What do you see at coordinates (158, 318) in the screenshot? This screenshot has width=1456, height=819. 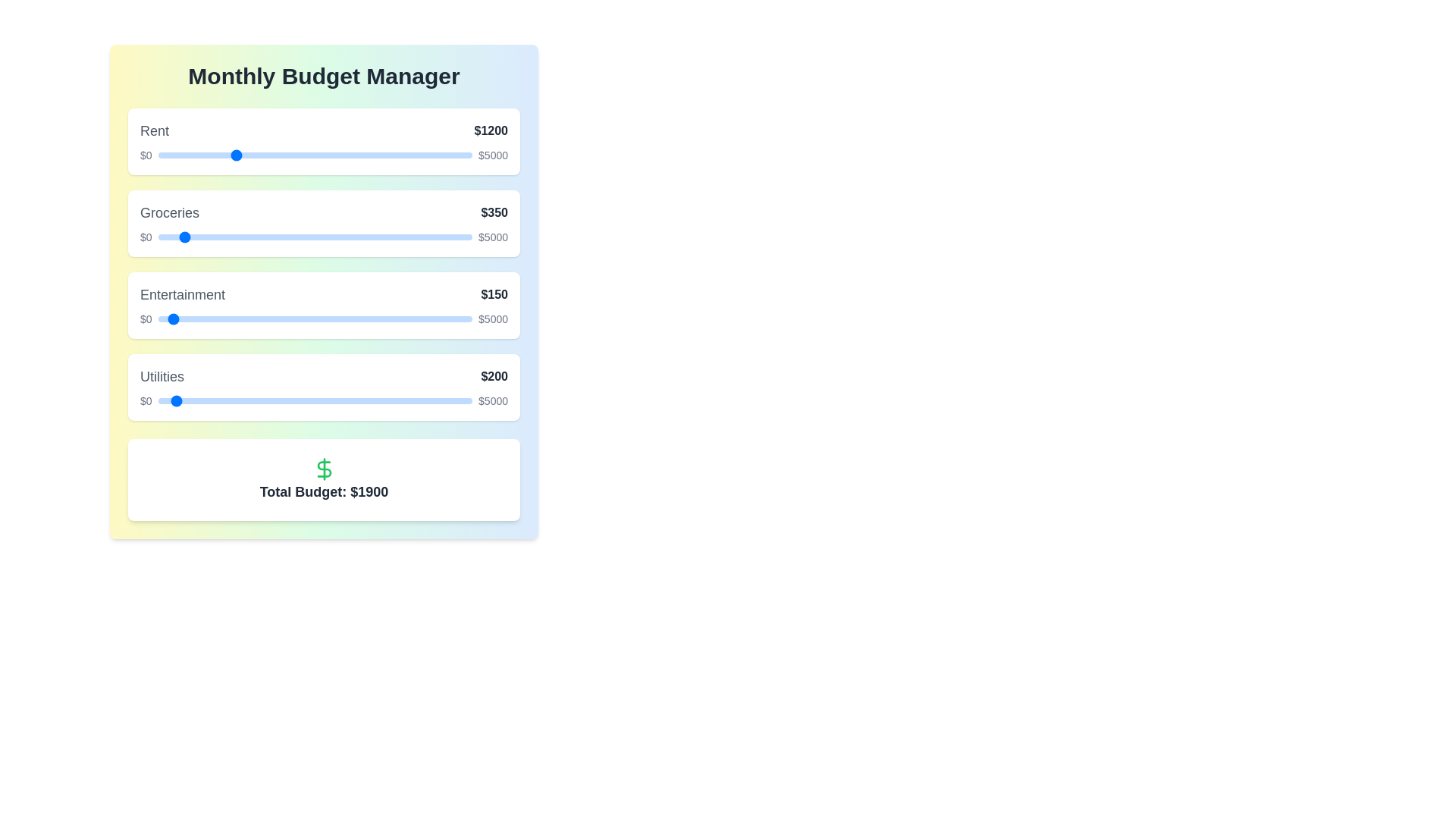 I see `the Entertainment budget` at bounding box center [158, 318].